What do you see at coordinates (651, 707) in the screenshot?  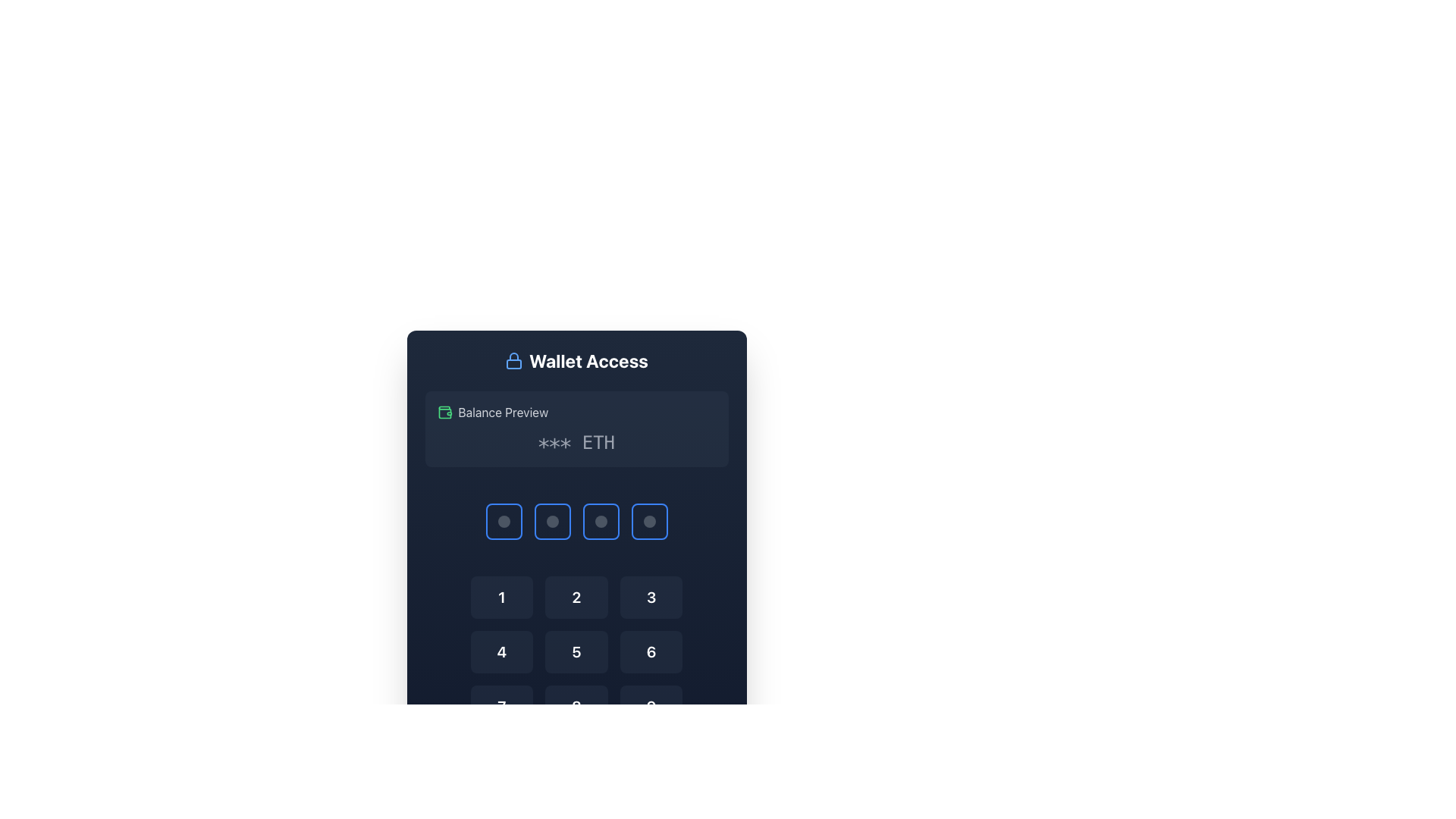 I see `the button displaying the digit '9' in a numeric keypad interface to change its visual state` at bounding box center [651, 707].